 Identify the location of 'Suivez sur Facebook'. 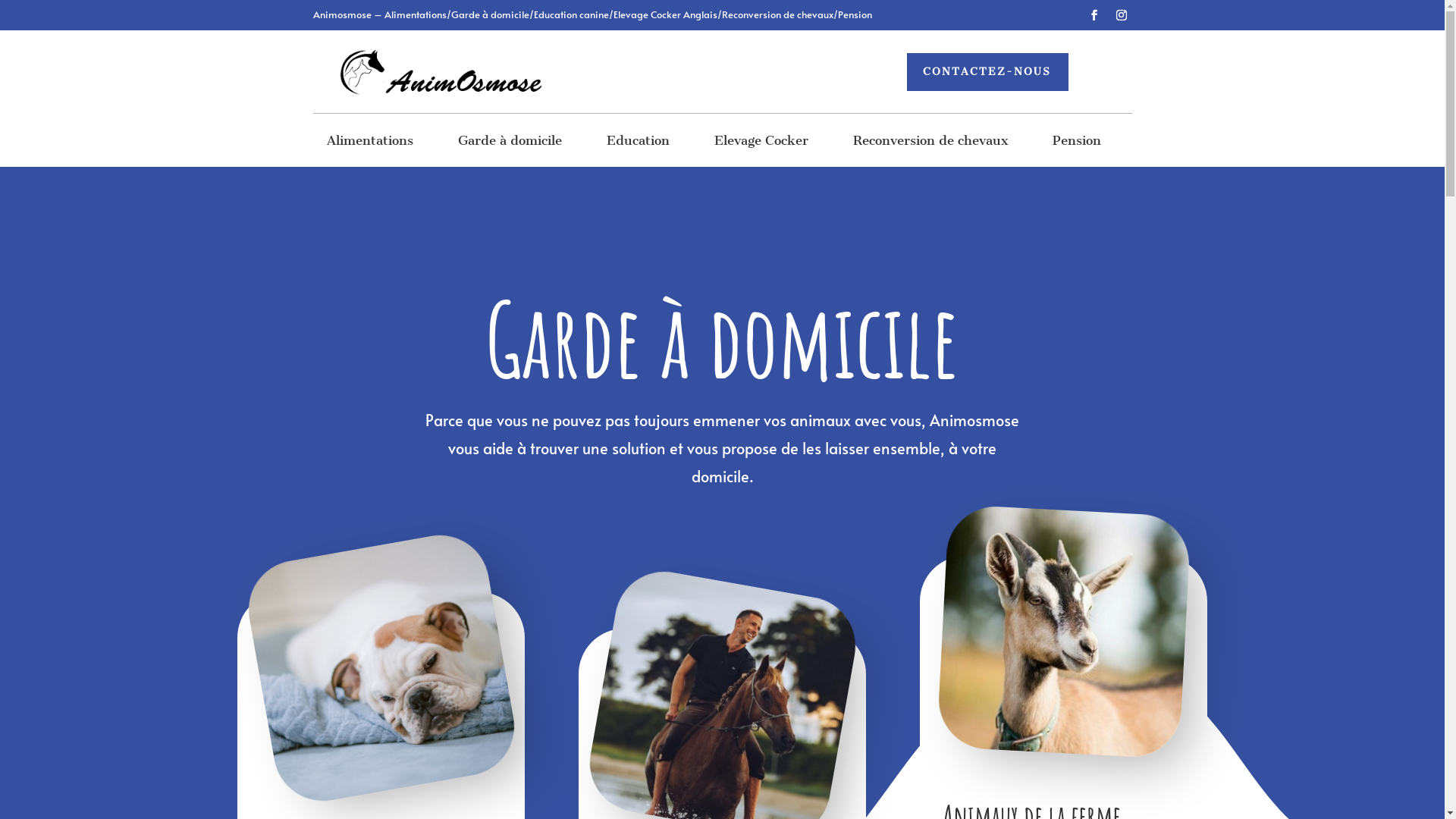
(1093, 14).